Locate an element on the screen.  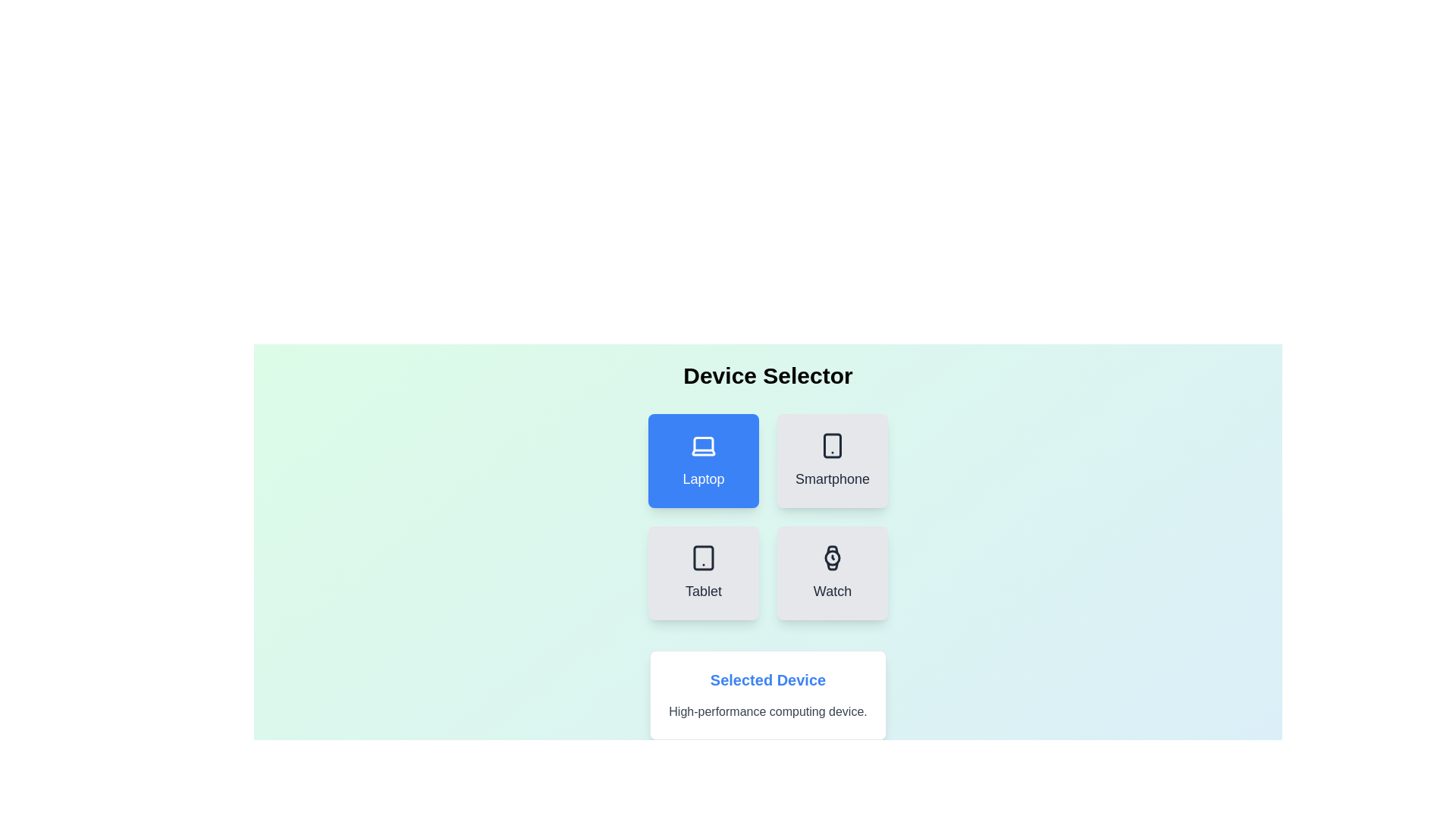
the button labeled Smartphone is located at coordinates (832, 460).